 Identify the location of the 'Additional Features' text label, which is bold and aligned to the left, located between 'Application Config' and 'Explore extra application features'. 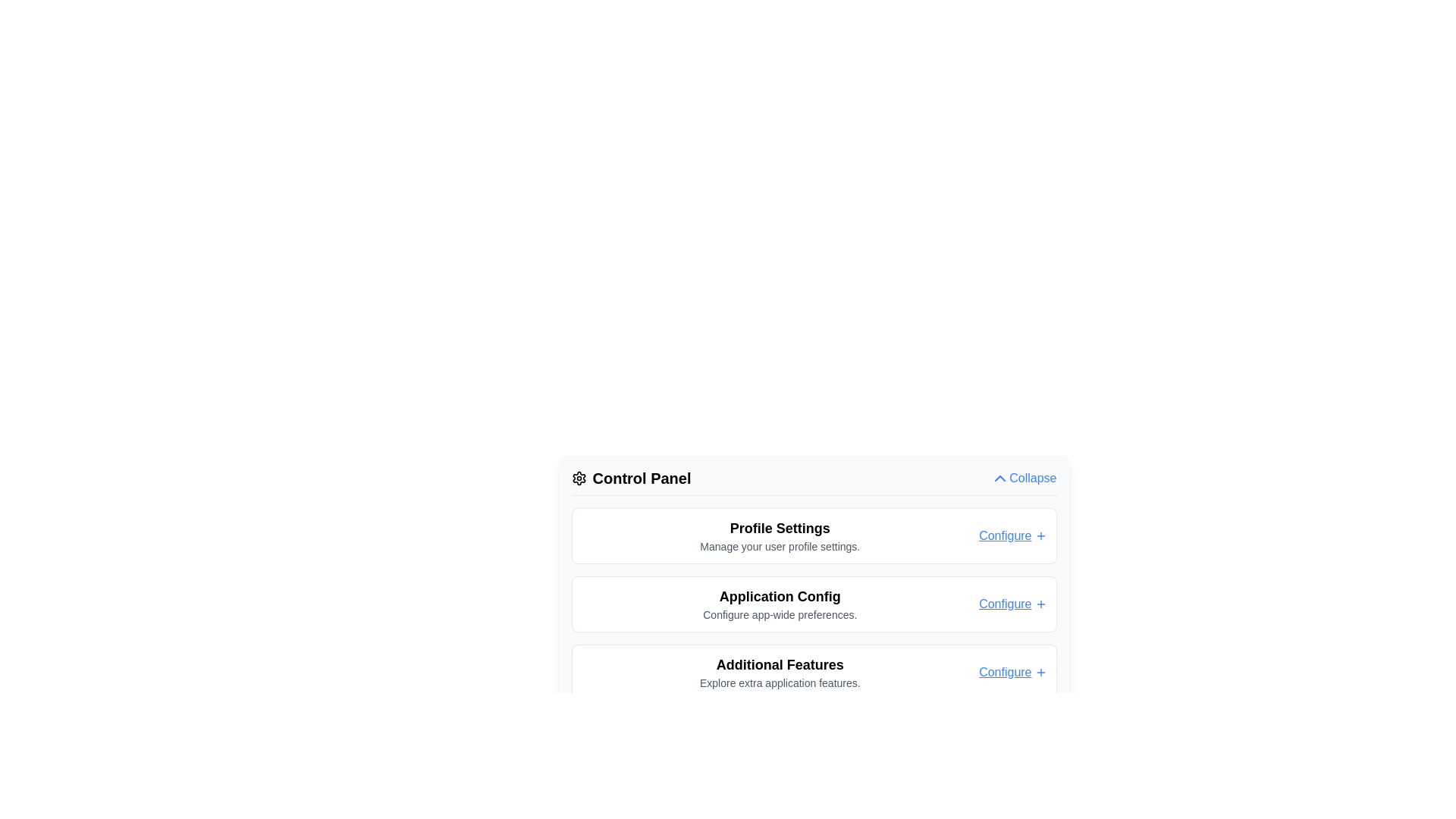
(780, 664).